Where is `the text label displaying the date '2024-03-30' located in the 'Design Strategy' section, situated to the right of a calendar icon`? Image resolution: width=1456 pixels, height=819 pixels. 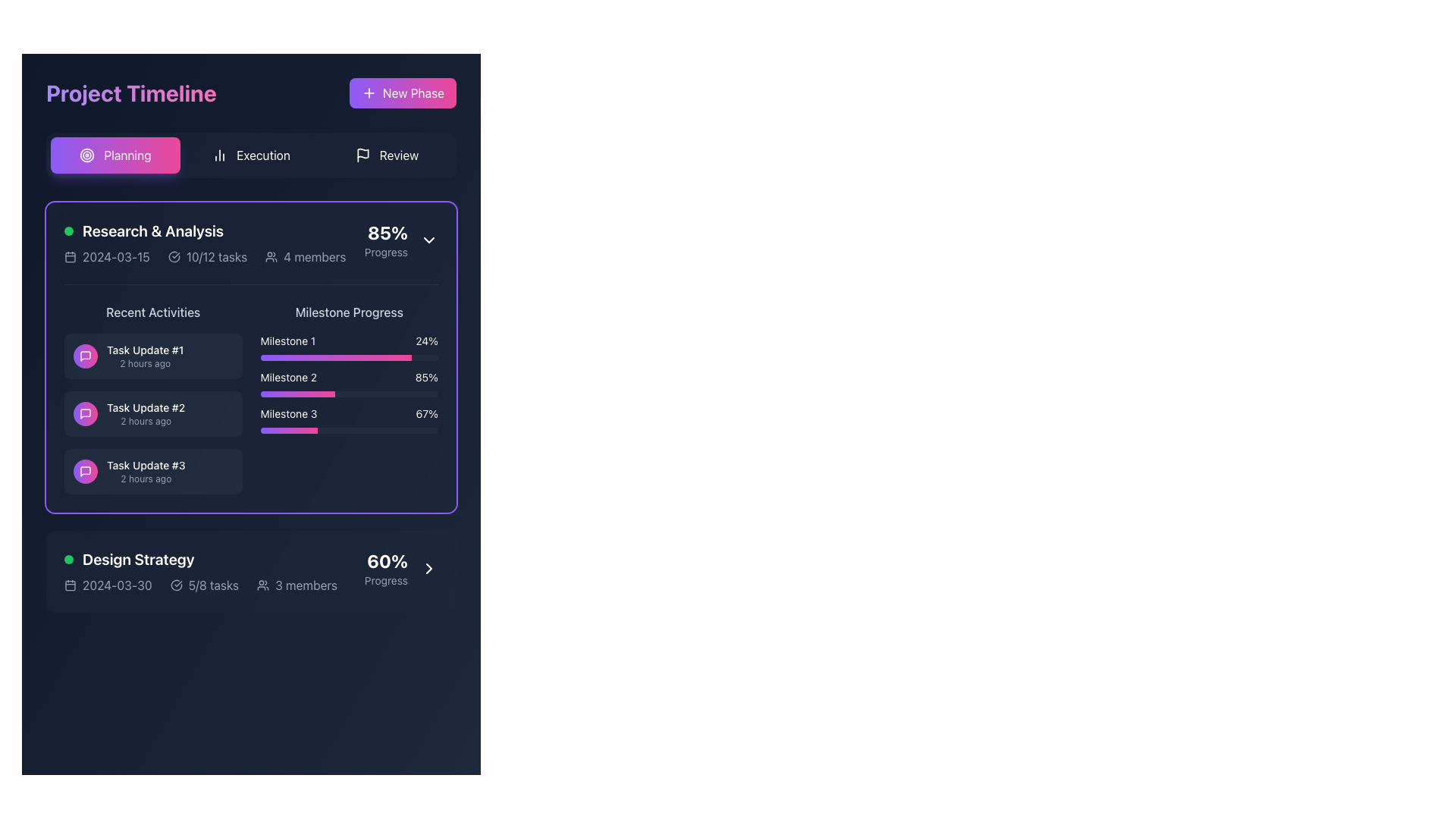
the text label displaying the date '2024-03-30' located in the 'Design Strategy' section, situated to the right of a calendar icon is located at coordinates (116, 584).